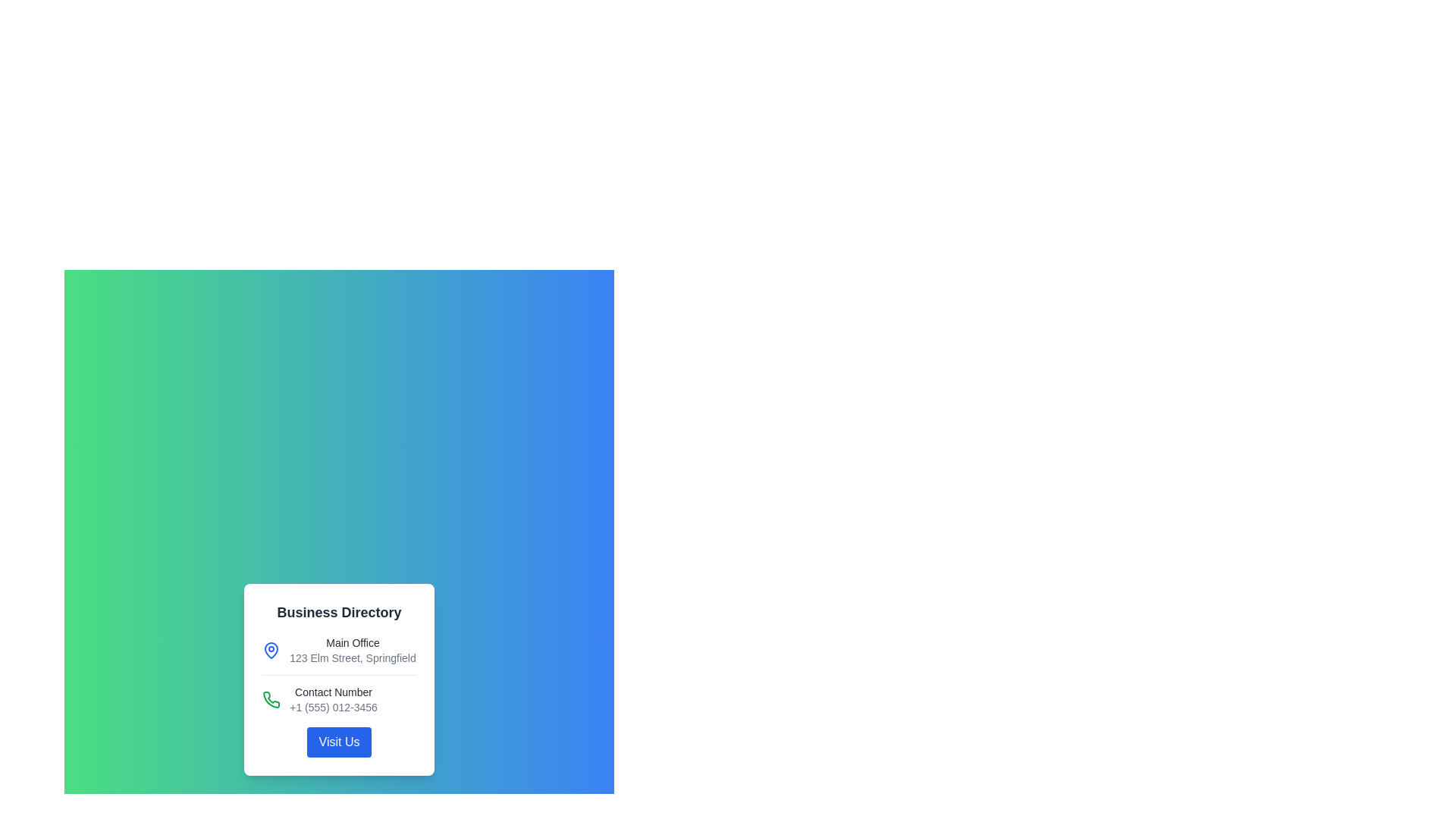 The width and height of the screenshot is (1456, 819). Describe the element at coordinates (333, 692) in the screenshot. I see `the text label indicating the meaning of the phone number, which is positioned above the phone number text within the card component` at that location.